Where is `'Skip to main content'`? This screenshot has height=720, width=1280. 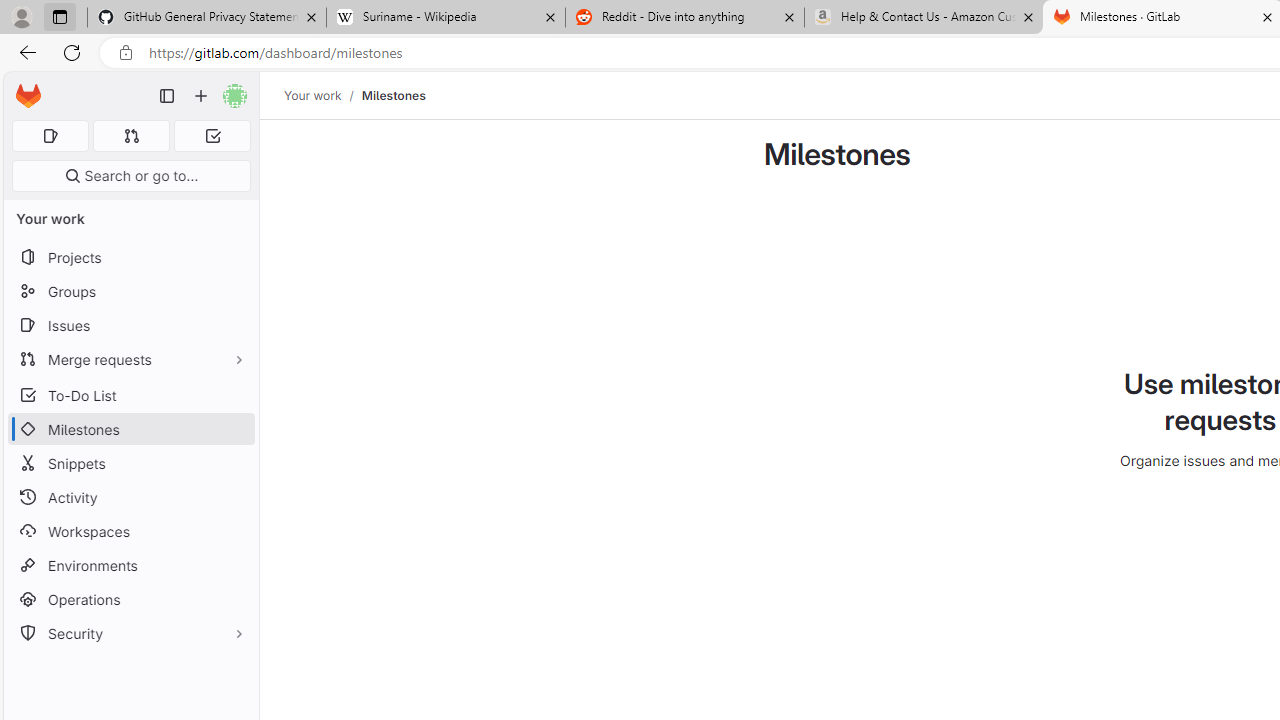
'Skip to main content' is located at coordinates (23, 86).